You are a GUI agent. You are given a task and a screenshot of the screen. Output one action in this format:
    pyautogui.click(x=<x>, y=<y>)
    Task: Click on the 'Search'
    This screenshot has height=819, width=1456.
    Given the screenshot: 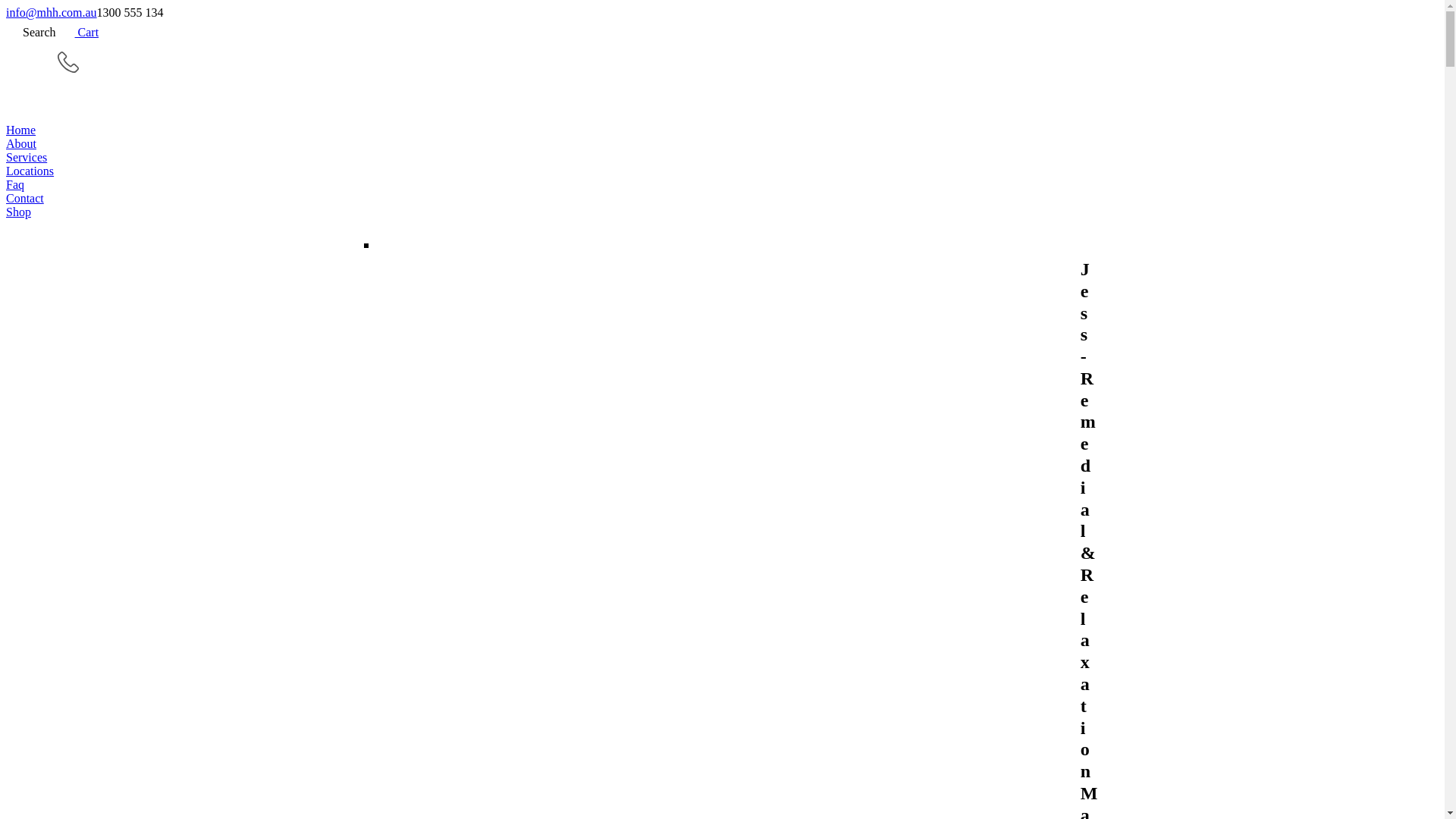 What is the action you would take?
    pyautogui.click(x=31, y=32)
    